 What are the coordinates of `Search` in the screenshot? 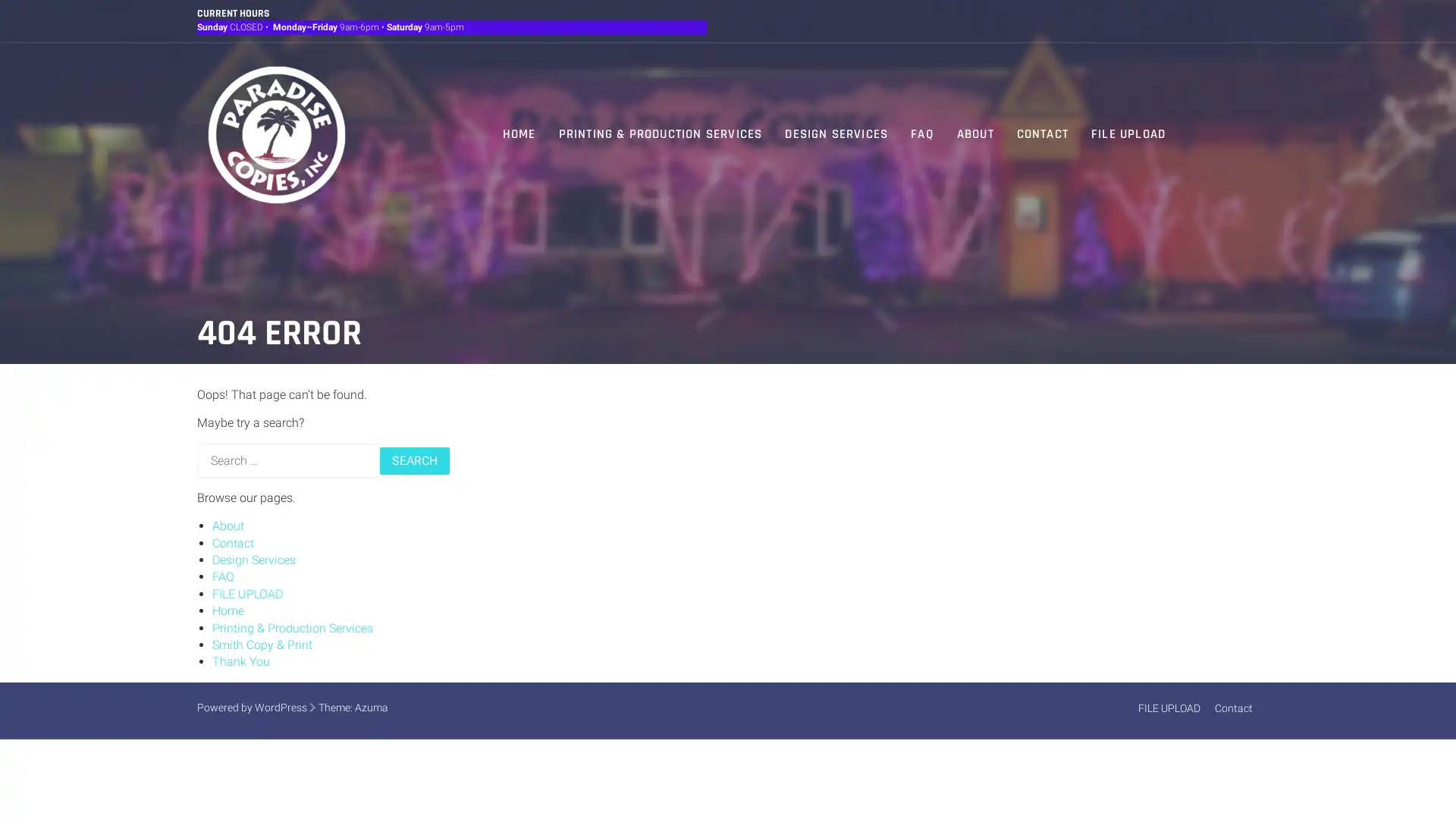 It's located at (415, 459).